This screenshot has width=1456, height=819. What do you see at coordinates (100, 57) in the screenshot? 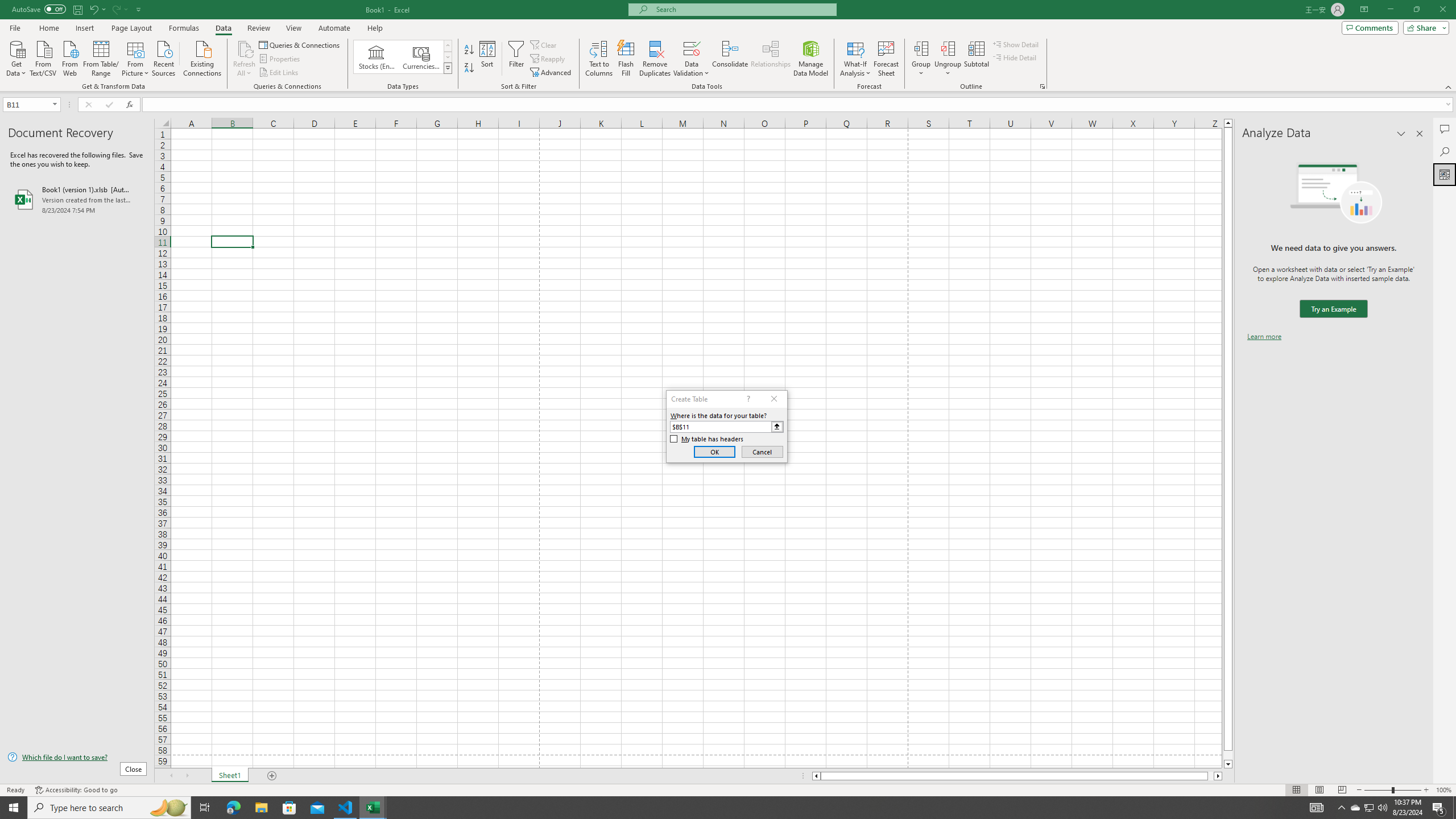
I see `'From Table/Range'` at bounding box center [100, 57].